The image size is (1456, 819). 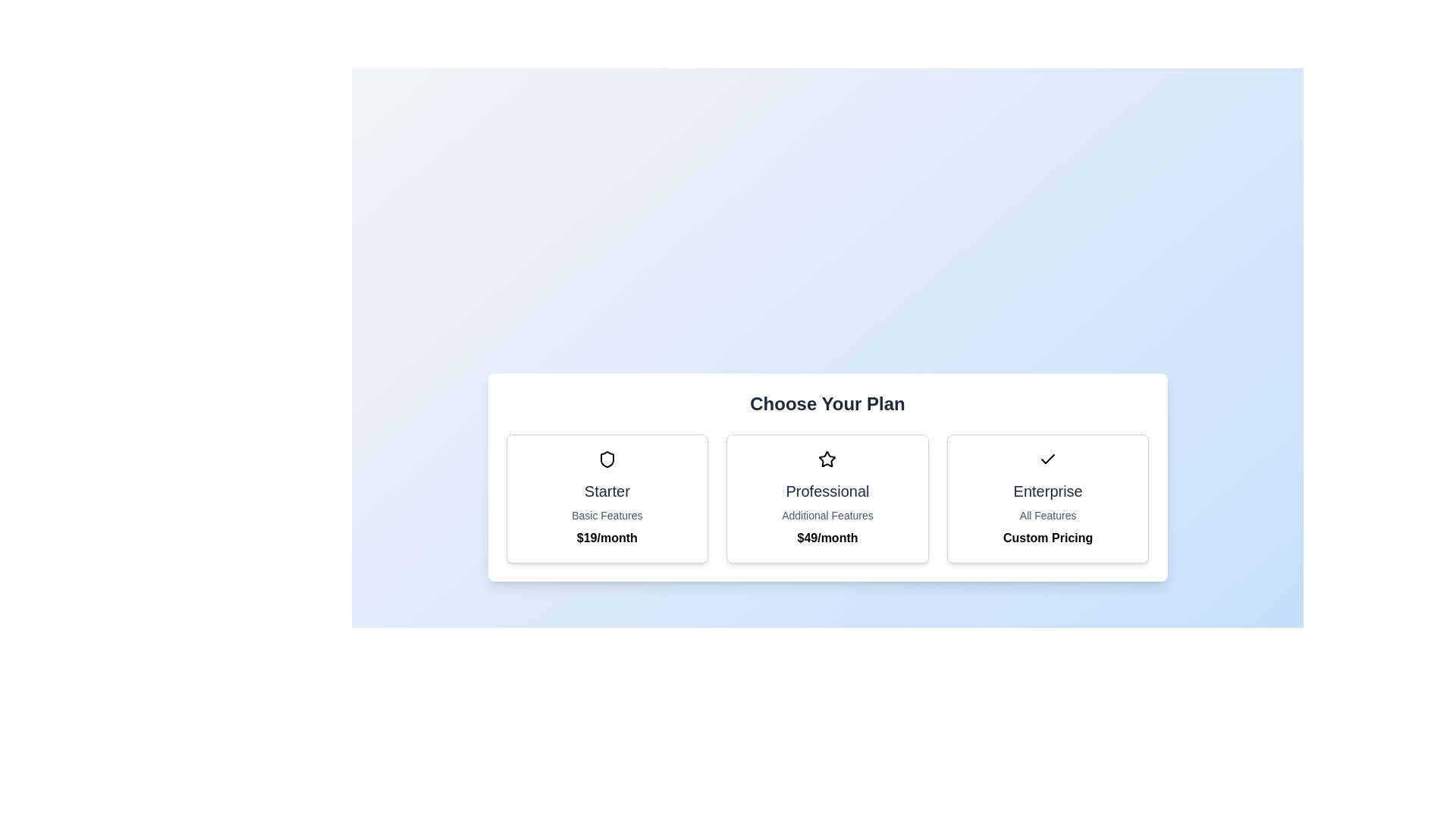 What do you see at coordinates (827, 491) in the screenshot?
I see `the text label displaying 'Professional' in bold sans-serif font, positioned in the second card above 'Additional Features'` at bounding box center [827, 491].